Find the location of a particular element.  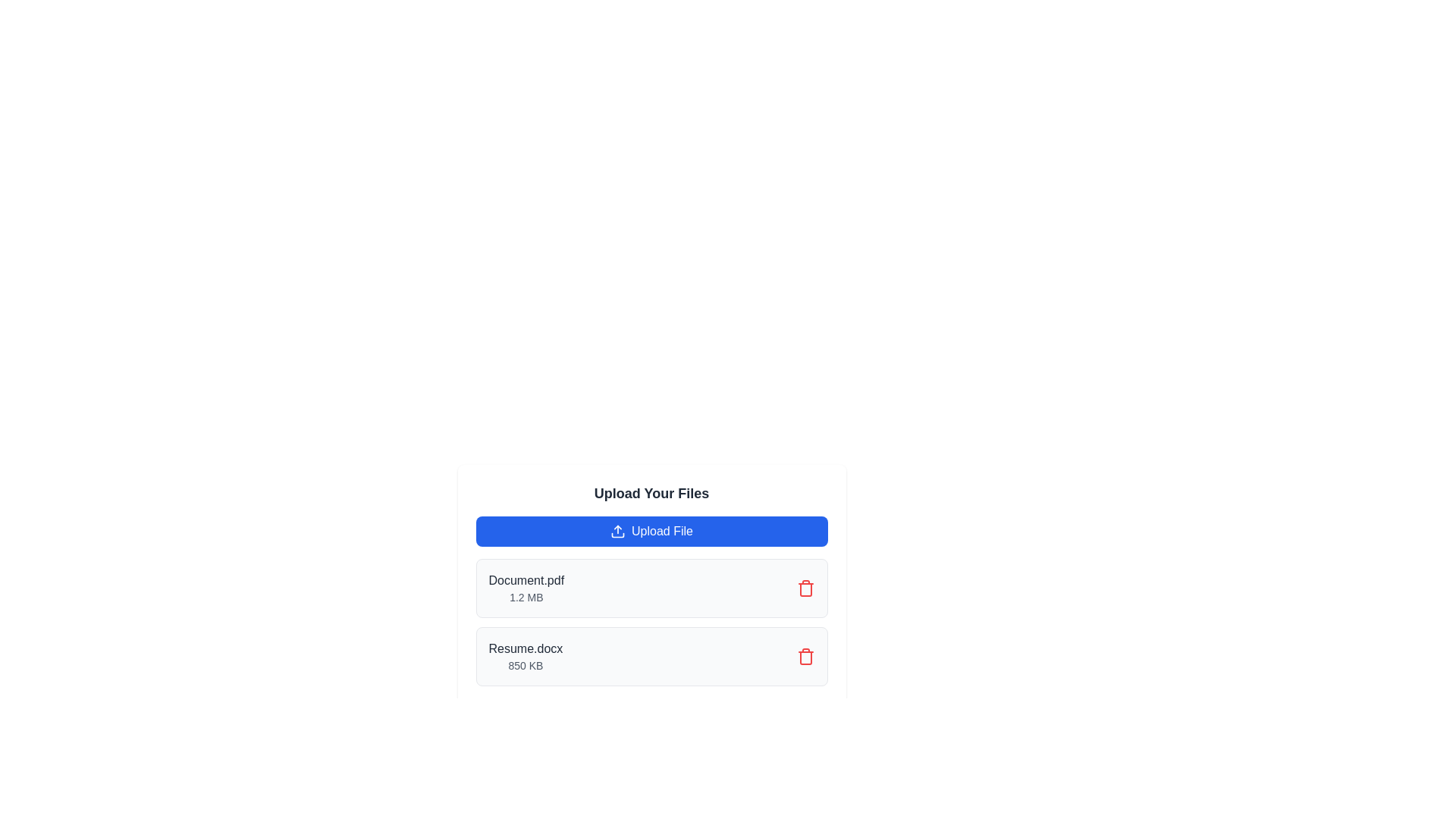

the Text label that serves as the header for the file upload section, located above the 'Upload File' button is located at coordinates (651, 494).